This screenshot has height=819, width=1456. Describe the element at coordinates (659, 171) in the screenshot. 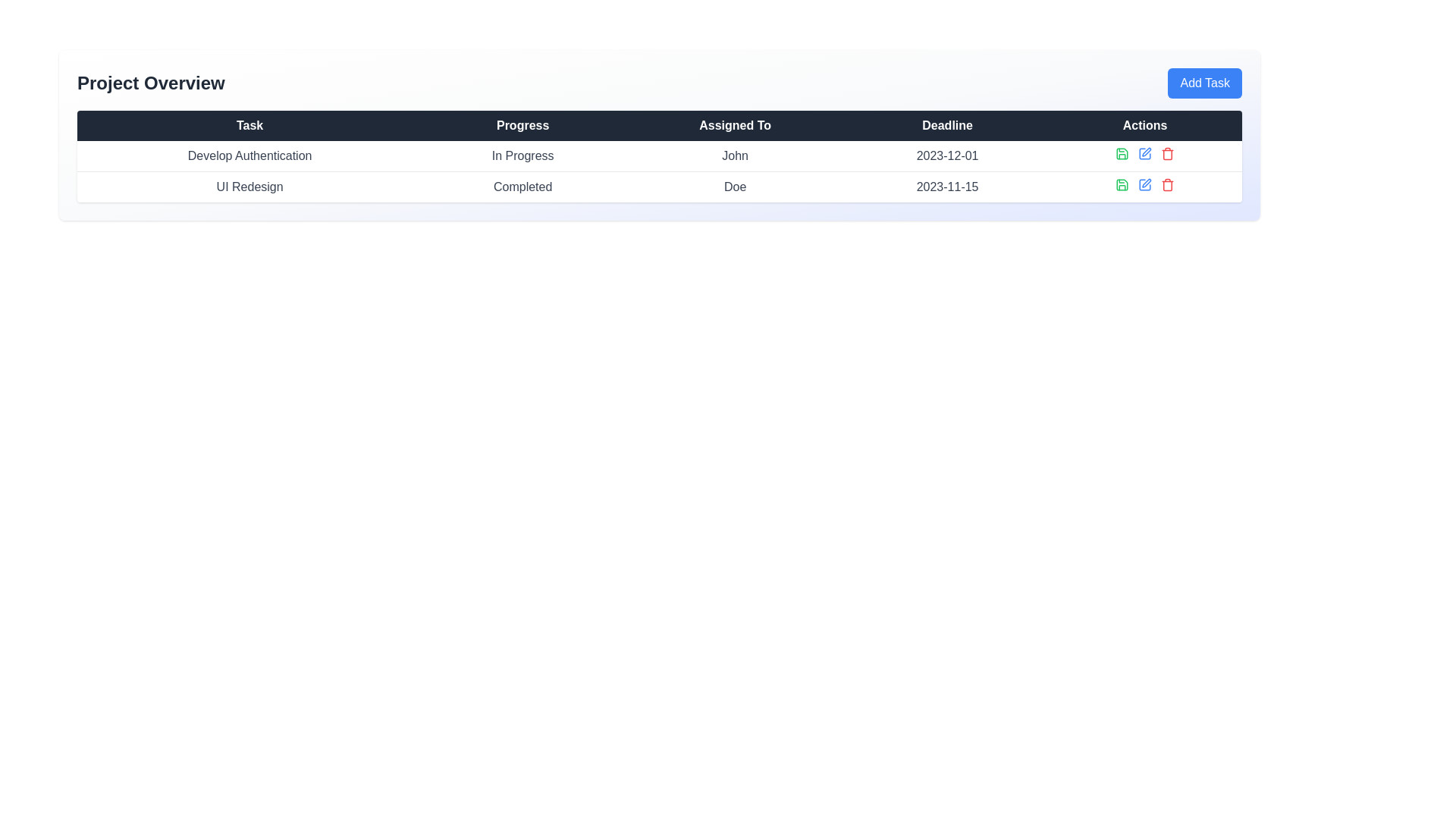

I see `the first table row containing the task 'Develop Authentication', which displays its progress as 'In Progress', assigned to 'John', and has a deadline of '2023-12-01'` at that location.